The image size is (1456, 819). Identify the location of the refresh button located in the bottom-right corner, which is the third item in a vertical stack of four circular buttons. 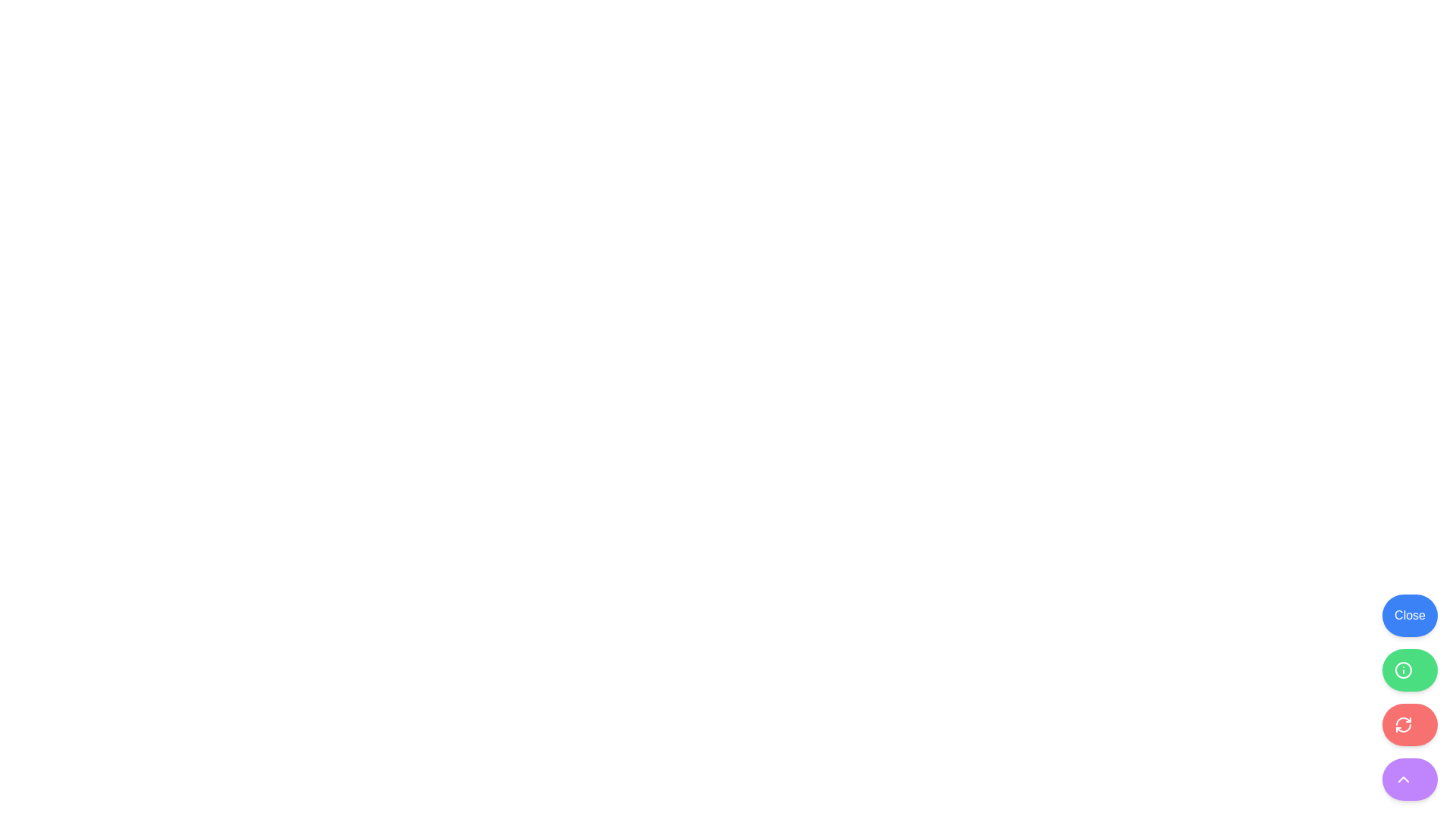
(1403, 724).